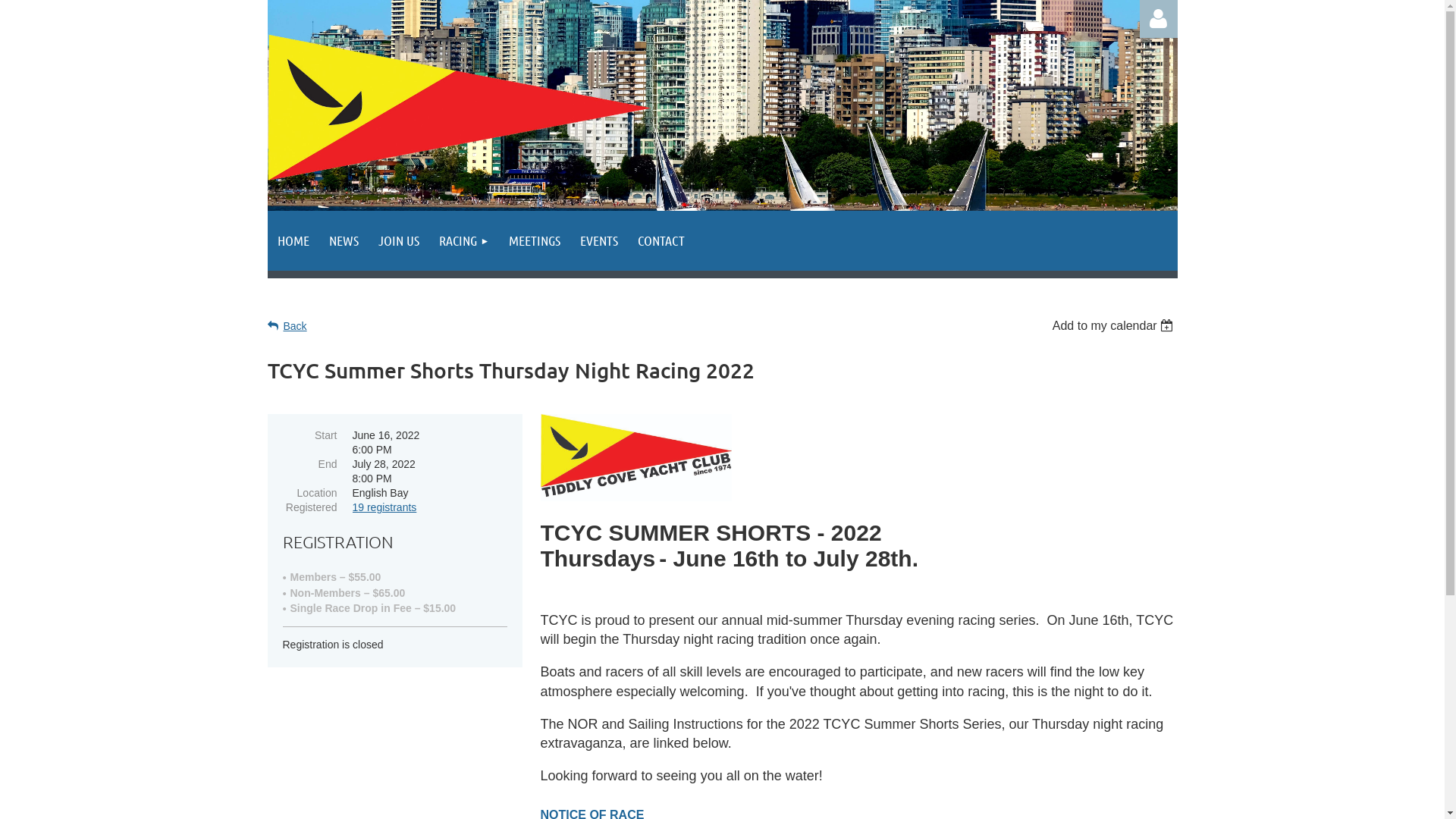  What do you see at coordinates (598, 240) in the screenshot?
I see `'EVENTS'` at bounding box center [598, 240].